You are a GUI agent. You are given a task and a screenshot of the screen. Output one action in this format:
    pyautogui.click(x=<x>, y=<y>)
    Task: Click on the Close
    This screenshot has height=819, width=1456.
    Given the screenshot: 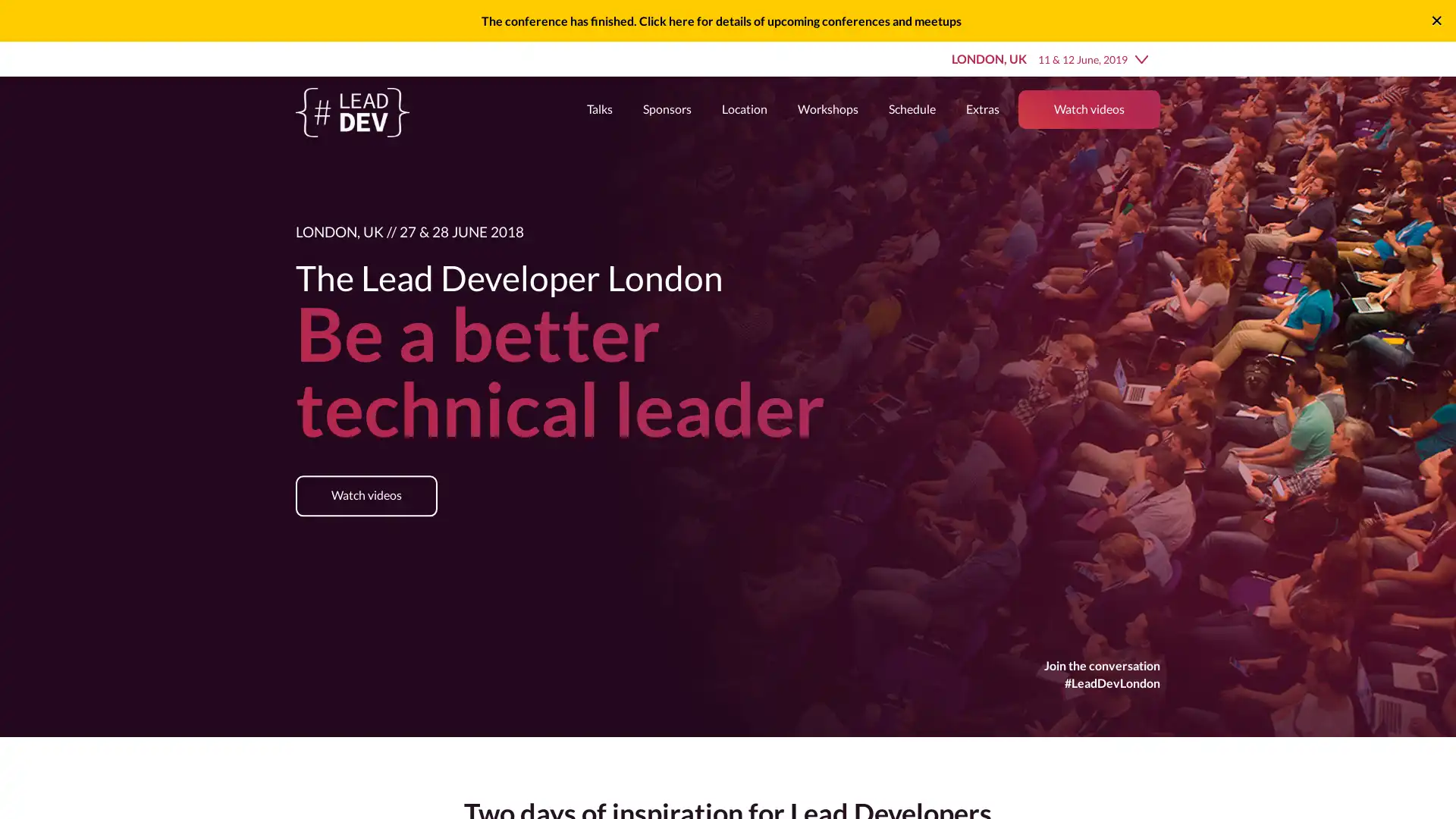 What is the action you would take?
    pyautogui.click(x=1436, y=20)
    